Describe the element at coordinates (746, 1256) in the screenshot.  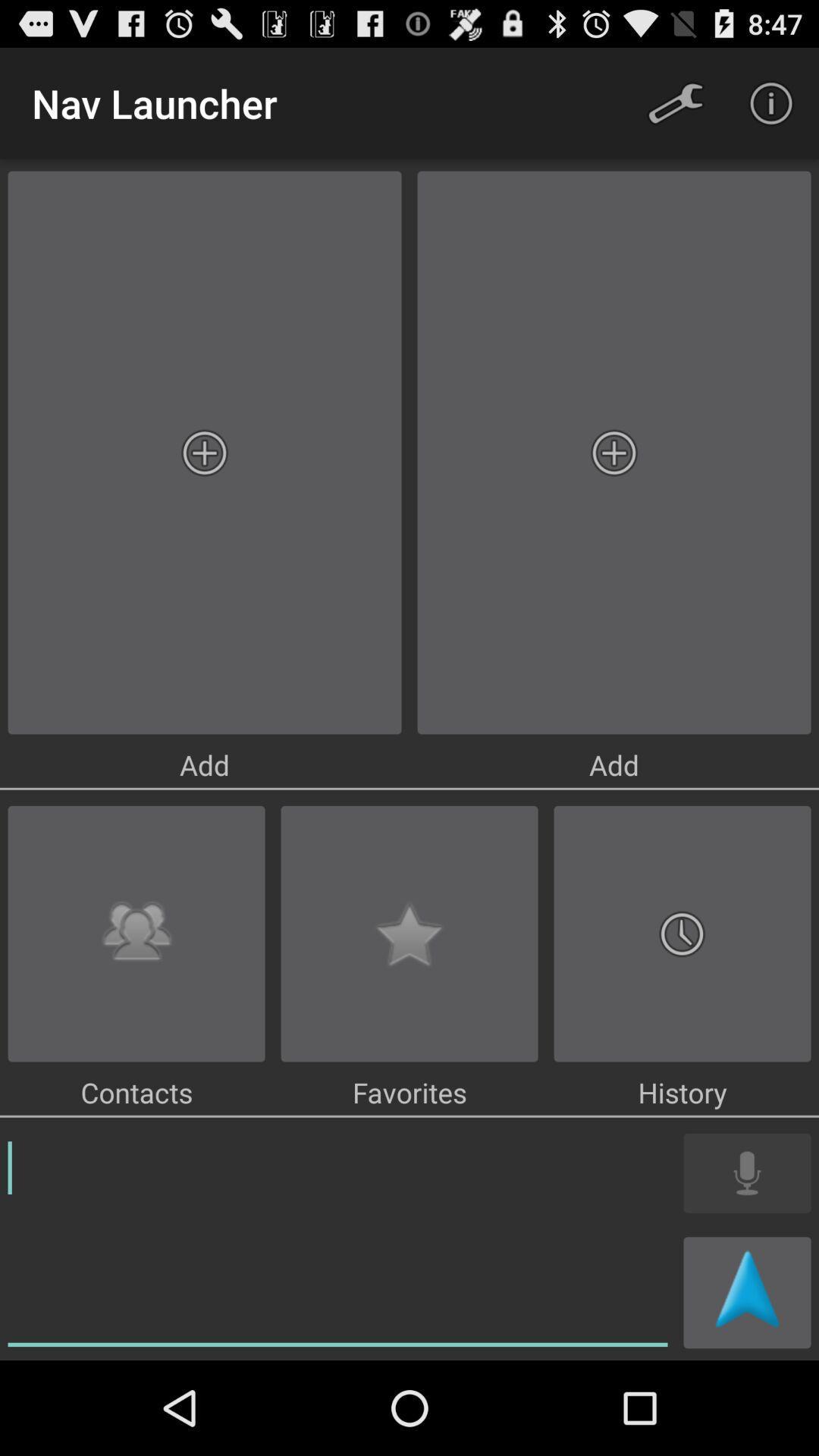
I see `the microphone icon` at that location.